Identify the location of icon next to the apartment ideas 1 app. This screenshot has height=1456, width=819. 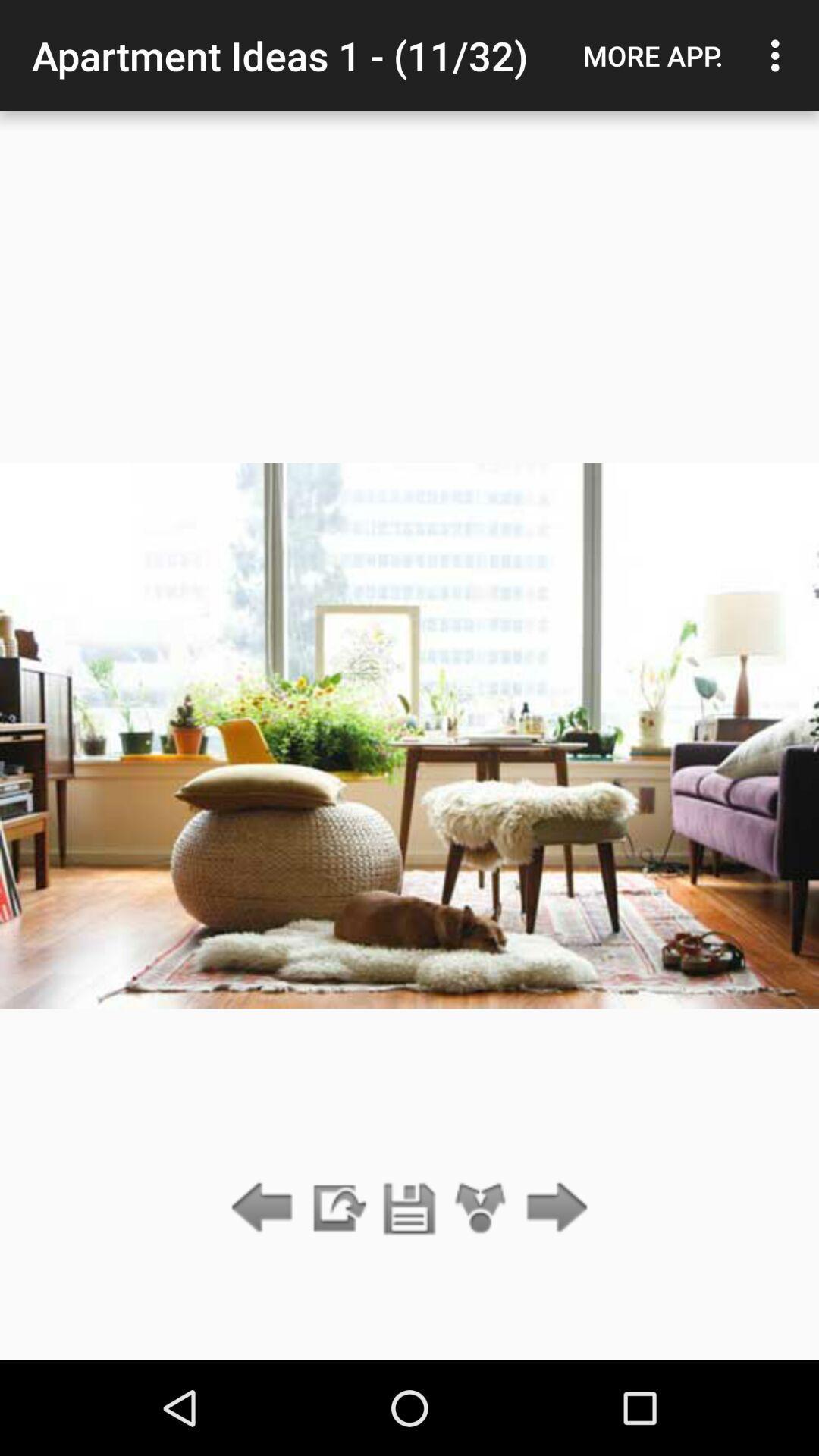
(652, 55).